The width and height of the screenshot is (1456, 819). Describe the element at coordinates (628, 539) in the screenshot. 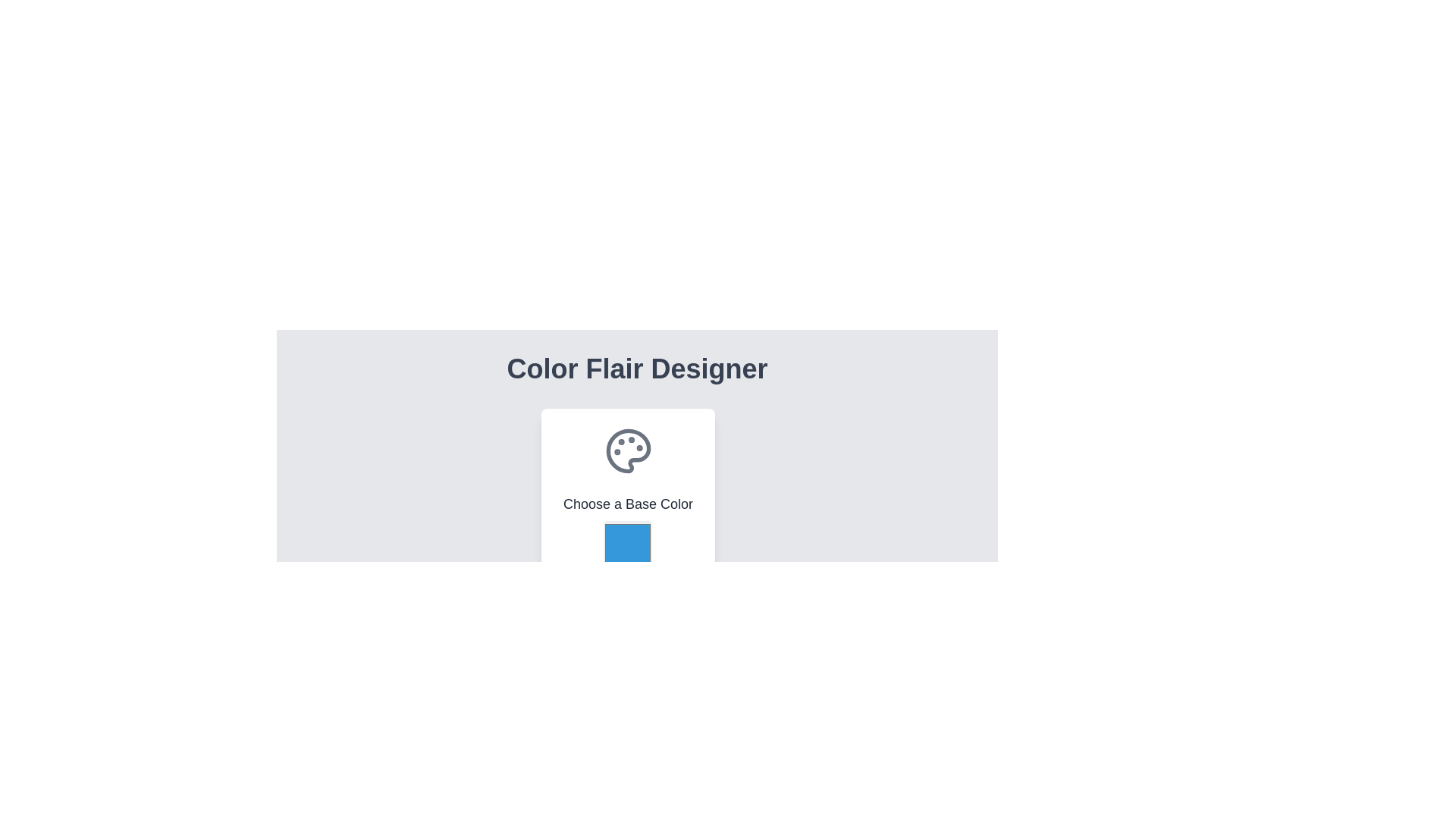

I see `the blue square color selection component` at that location.